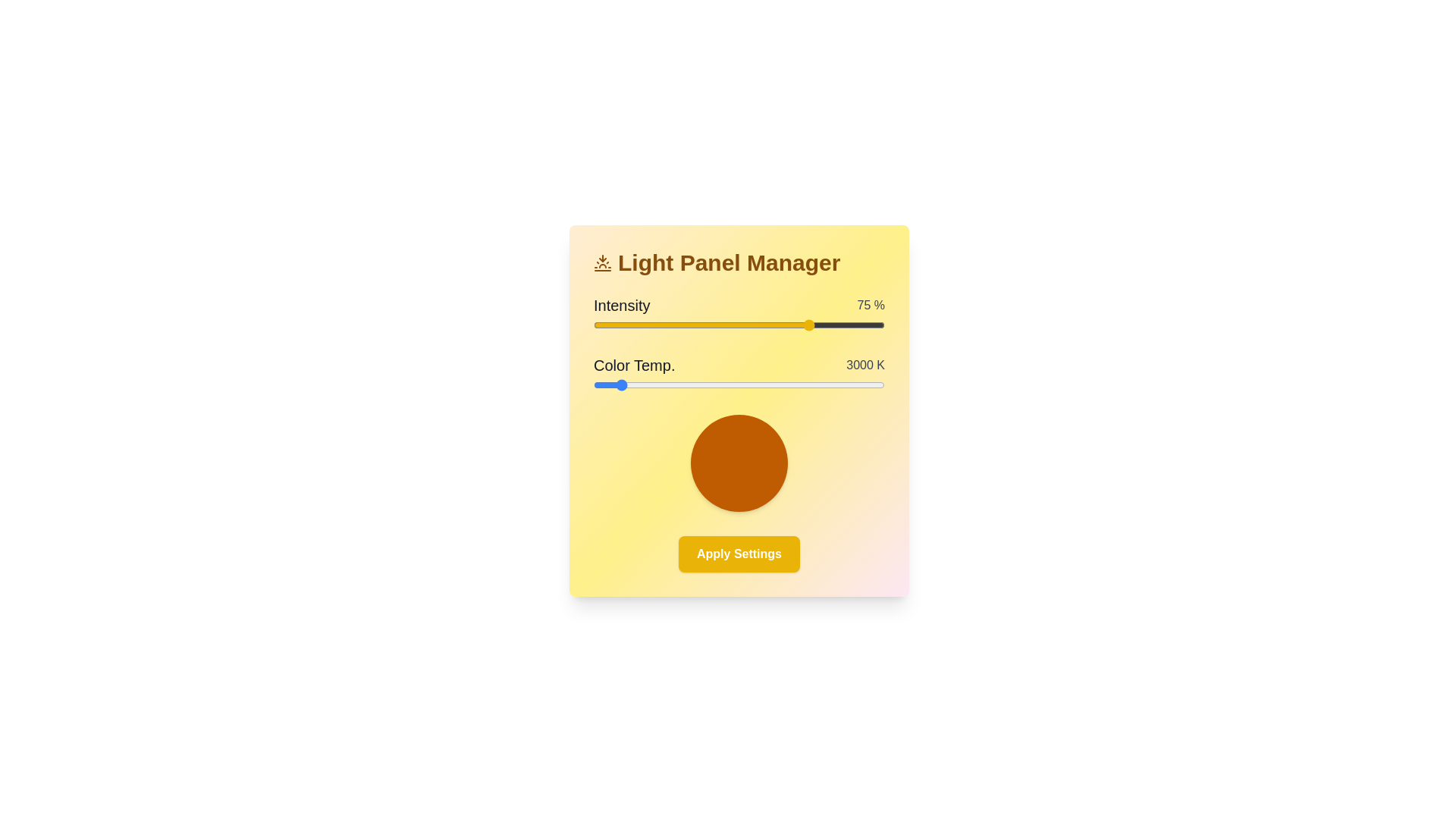  Describe the element at coordinates (739, 554) in the screenshot. I see `the 'Apply Settings' button to finalize the adjustments` at that location.